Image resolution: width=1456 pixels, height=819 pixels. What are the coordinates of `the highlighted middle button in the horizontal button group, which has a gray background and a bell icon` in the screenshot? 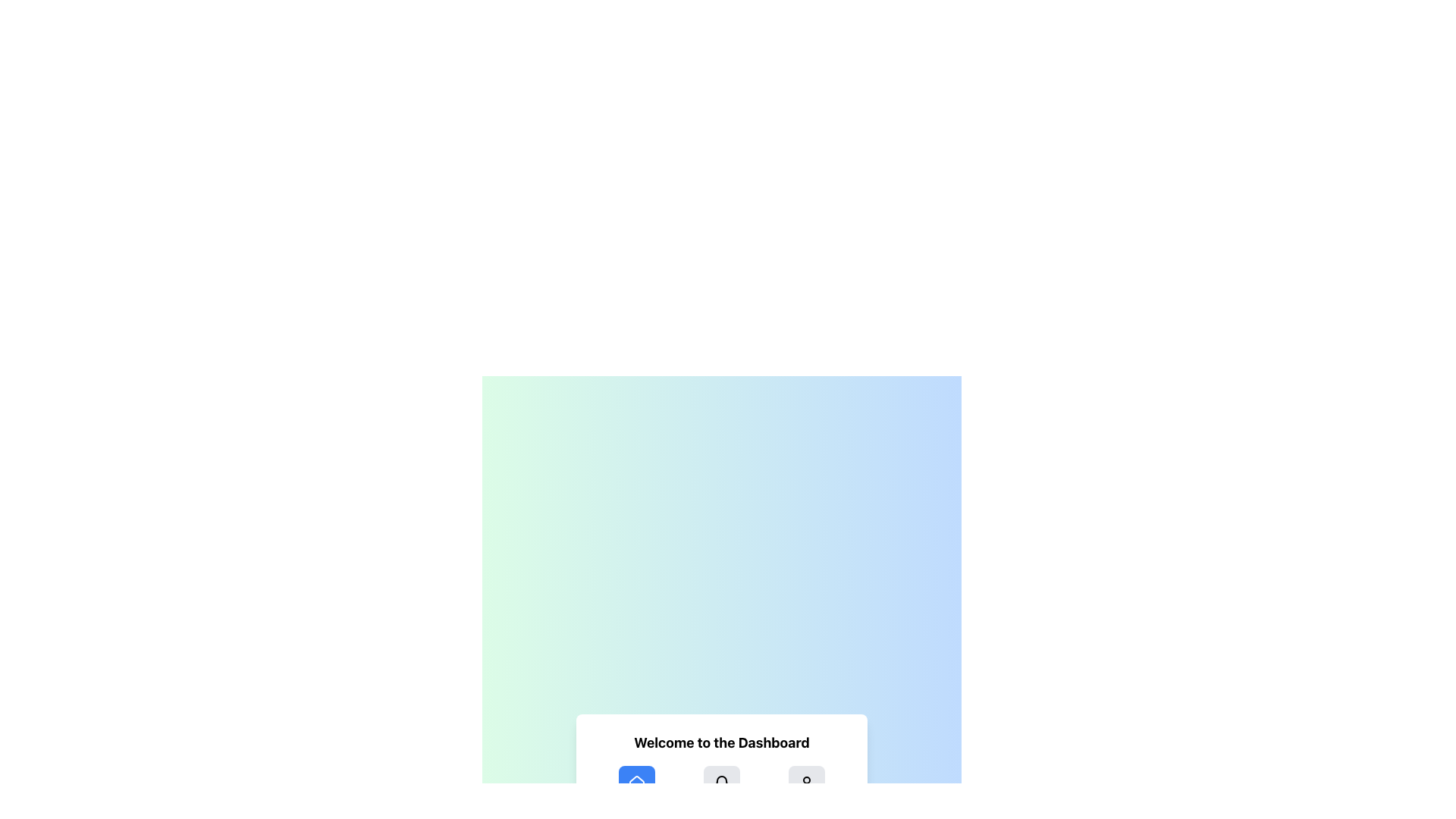 It's located at (720, 783).